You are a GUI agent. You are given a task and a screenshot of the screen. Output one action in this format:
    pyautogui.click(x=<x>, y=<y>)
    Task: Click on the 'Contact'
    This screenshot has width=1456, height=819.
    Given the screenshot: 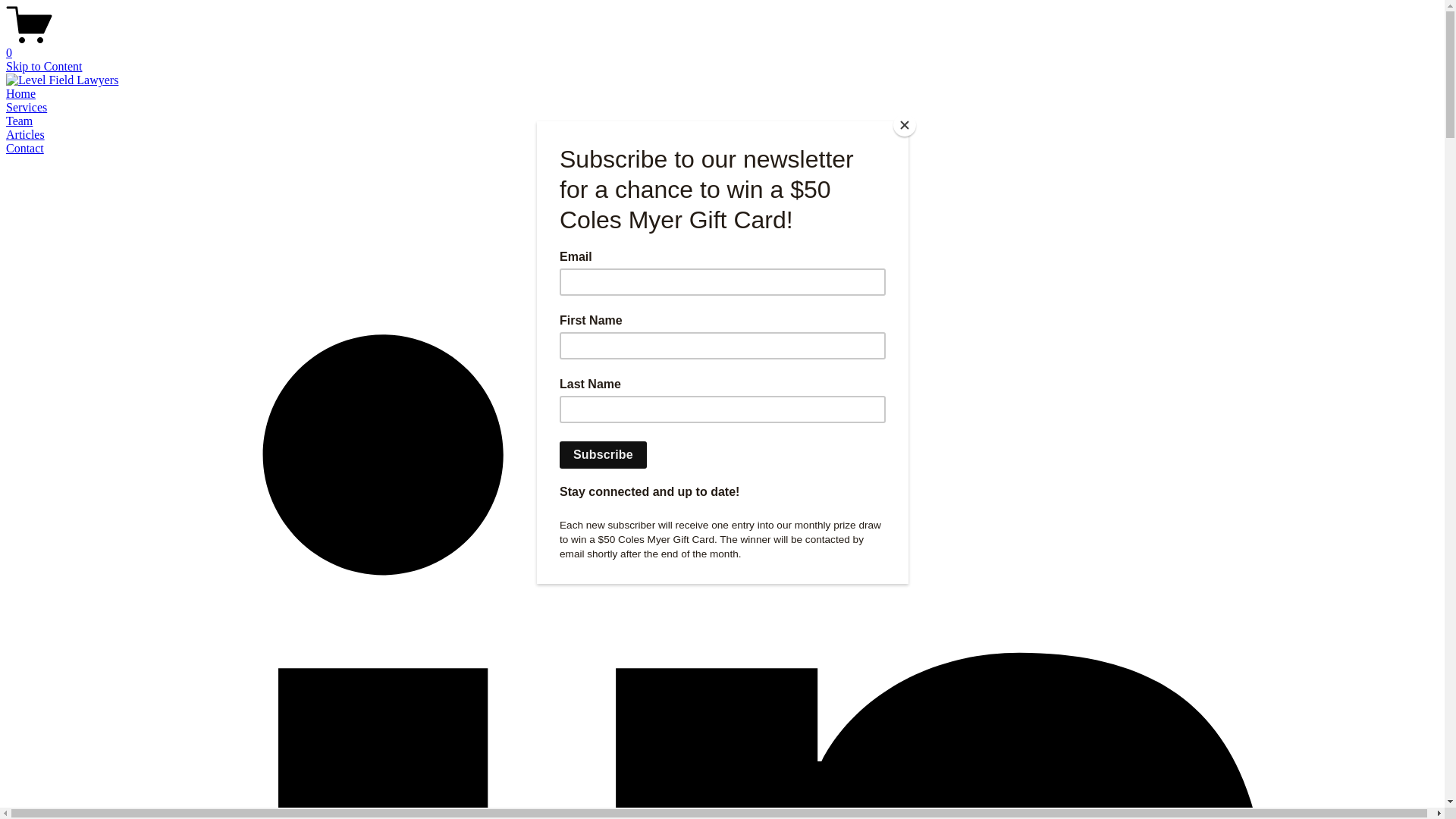 What is the action you would take?
    pyautogui.click(x=25, y=148)
    